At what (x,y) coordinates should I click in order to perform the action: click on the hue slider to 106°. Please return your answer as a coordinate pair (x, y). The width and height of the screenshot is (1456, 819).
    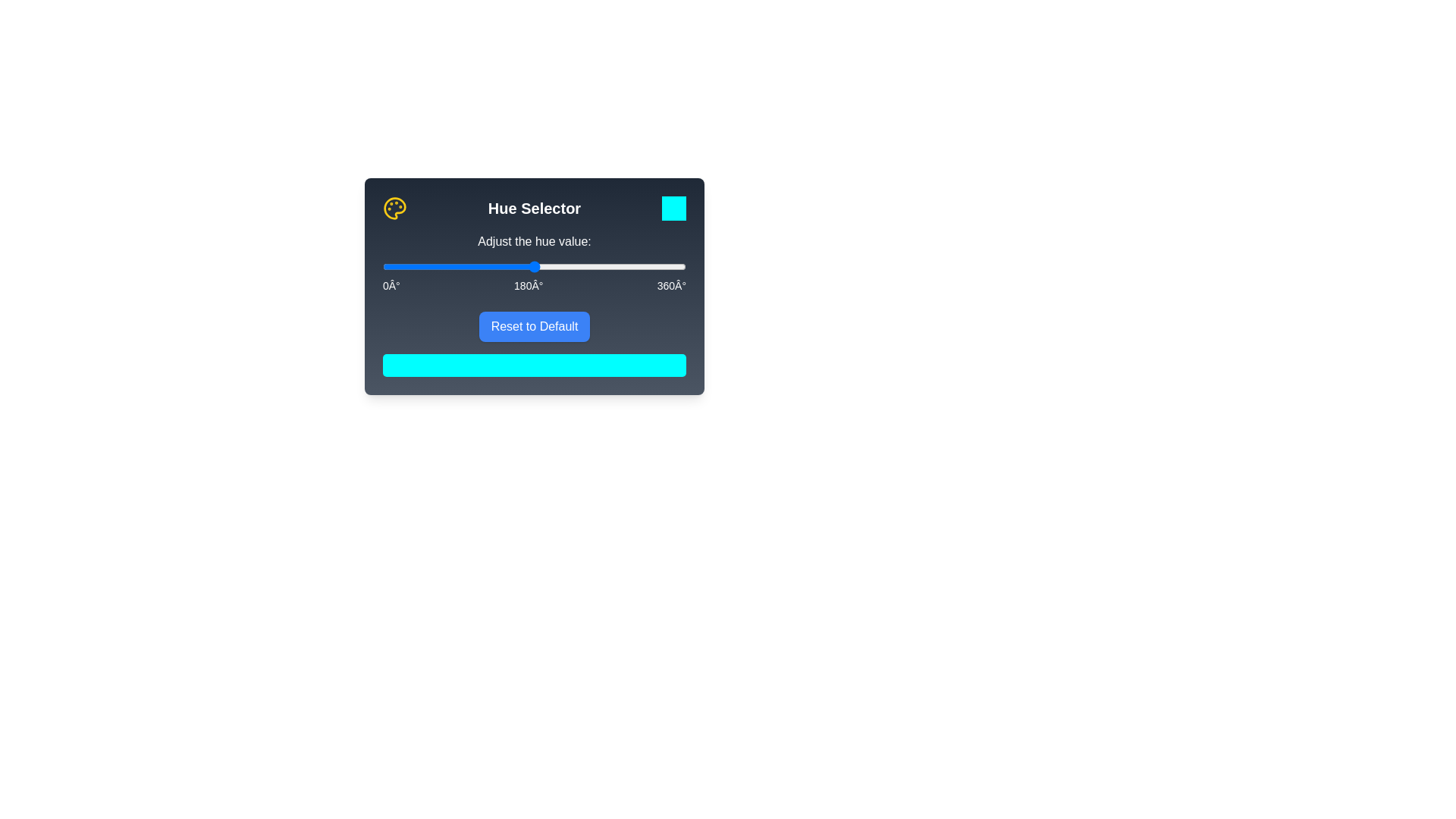
    Looking at the image, I should click on (471, 265).